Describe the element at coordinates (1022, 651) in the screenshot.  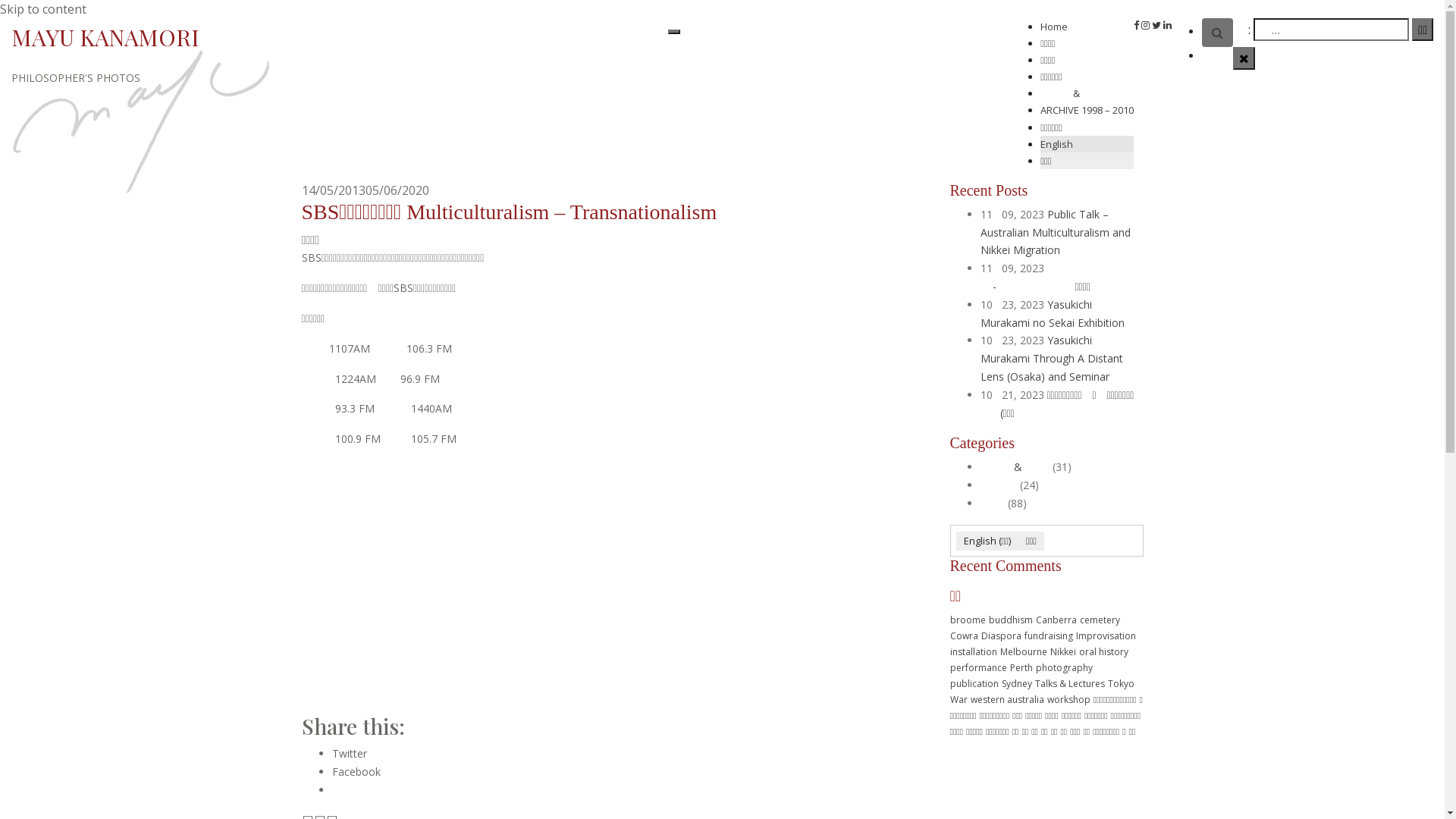
I see `'Melbourne'` at that location.